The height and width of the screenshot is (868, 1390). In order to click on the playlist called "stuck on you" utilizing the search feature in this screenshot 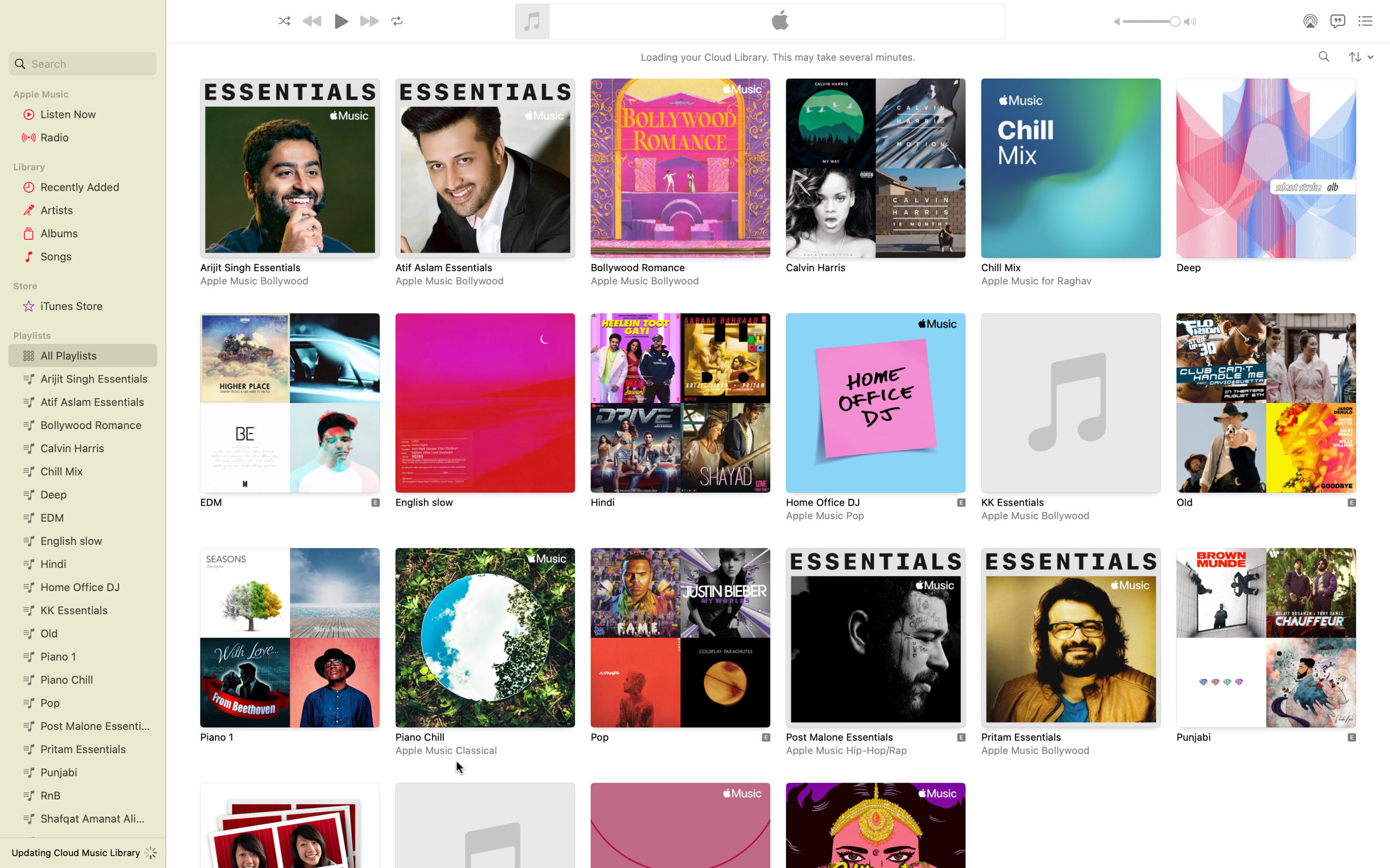, I will do `click(81, 64)`.